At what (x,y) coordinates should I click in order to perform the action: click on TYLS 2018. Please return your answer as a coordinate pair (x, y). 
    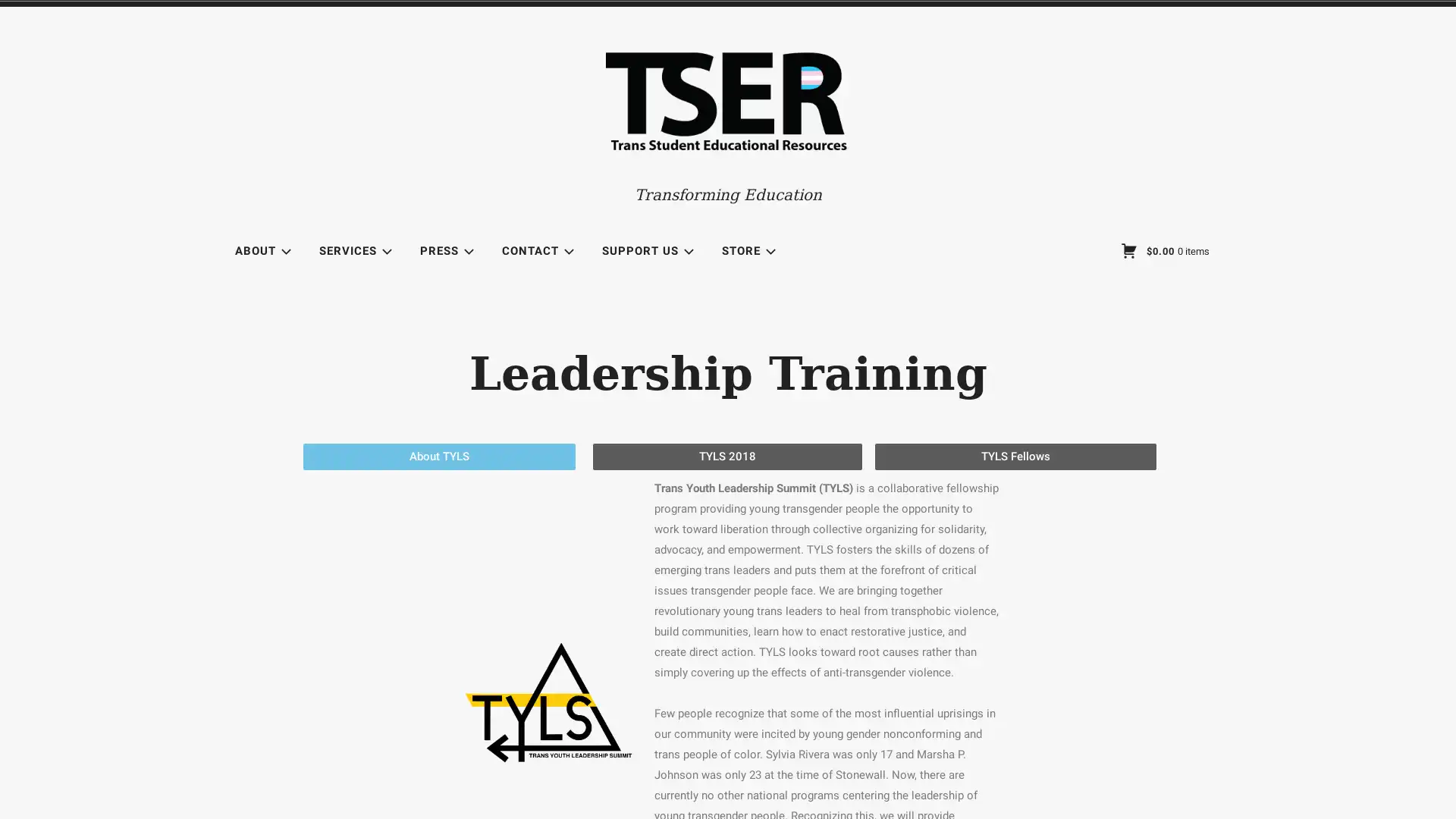
    Looking at the image, I should click on (726, 456).